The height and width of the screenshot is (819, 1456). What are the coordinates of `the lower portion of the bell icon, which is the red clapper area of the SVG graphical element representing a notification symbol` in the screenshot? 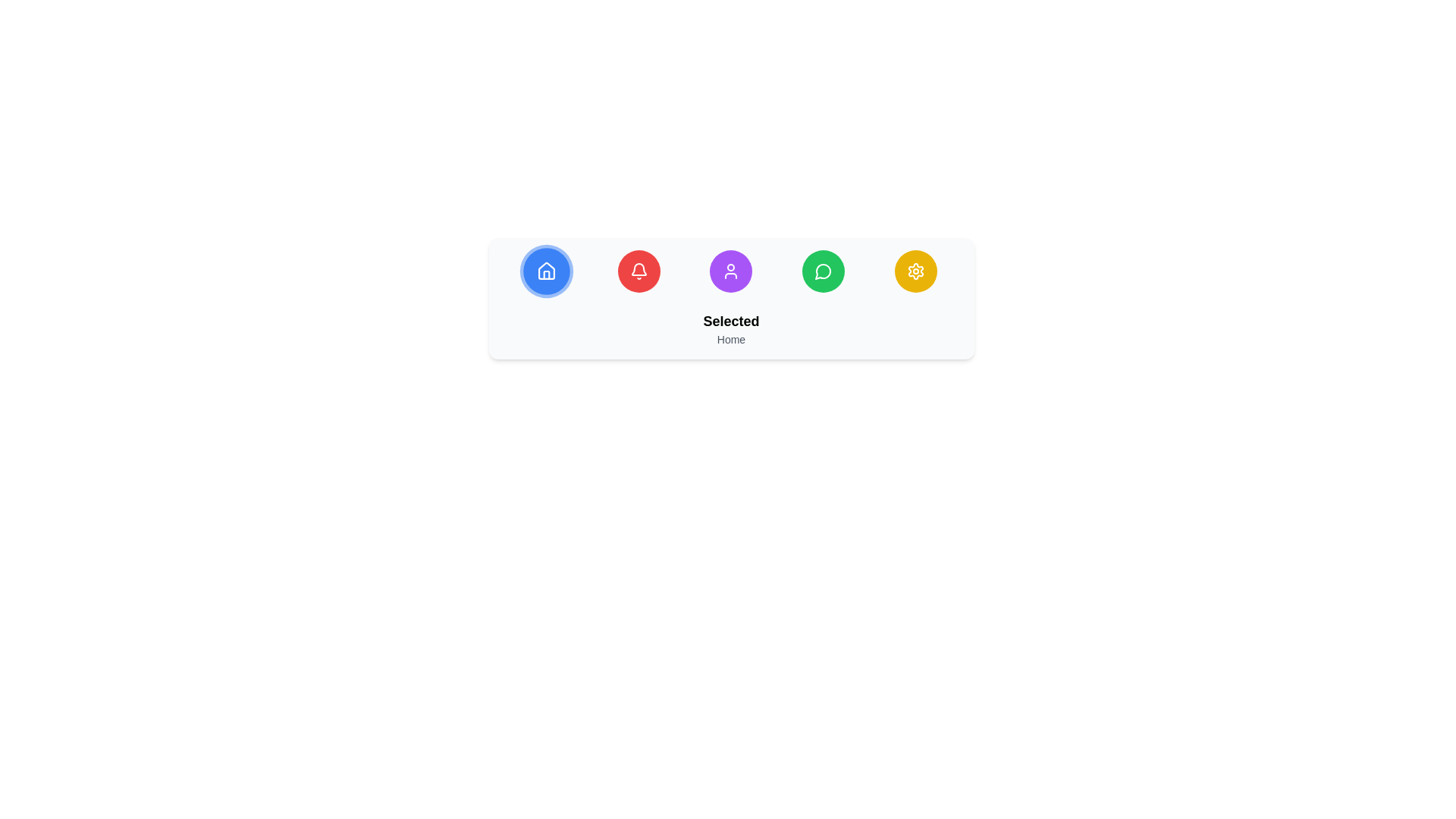 It's located at (639, 268).